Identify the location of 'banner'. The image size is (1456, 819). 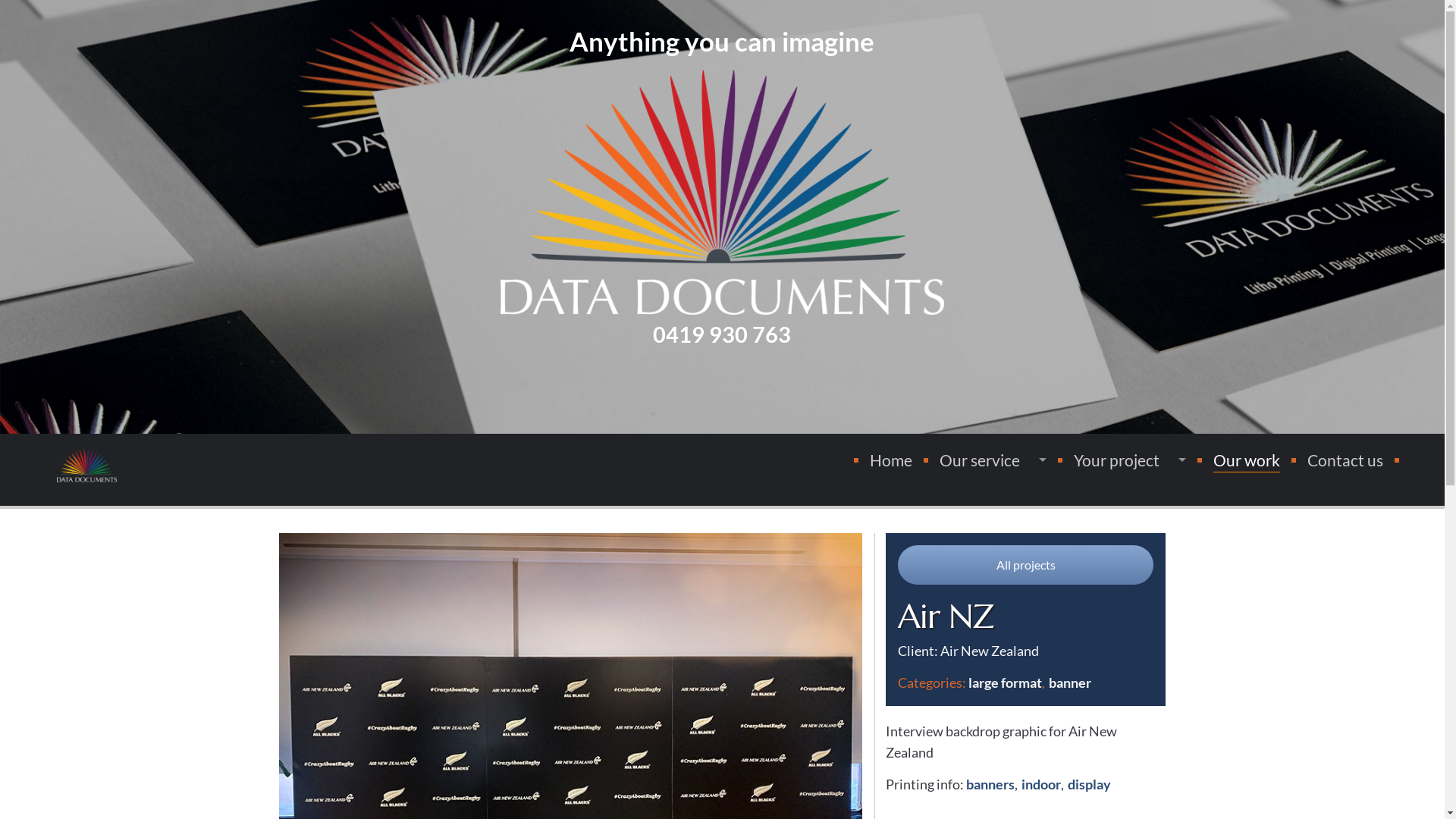
(1069, 682).